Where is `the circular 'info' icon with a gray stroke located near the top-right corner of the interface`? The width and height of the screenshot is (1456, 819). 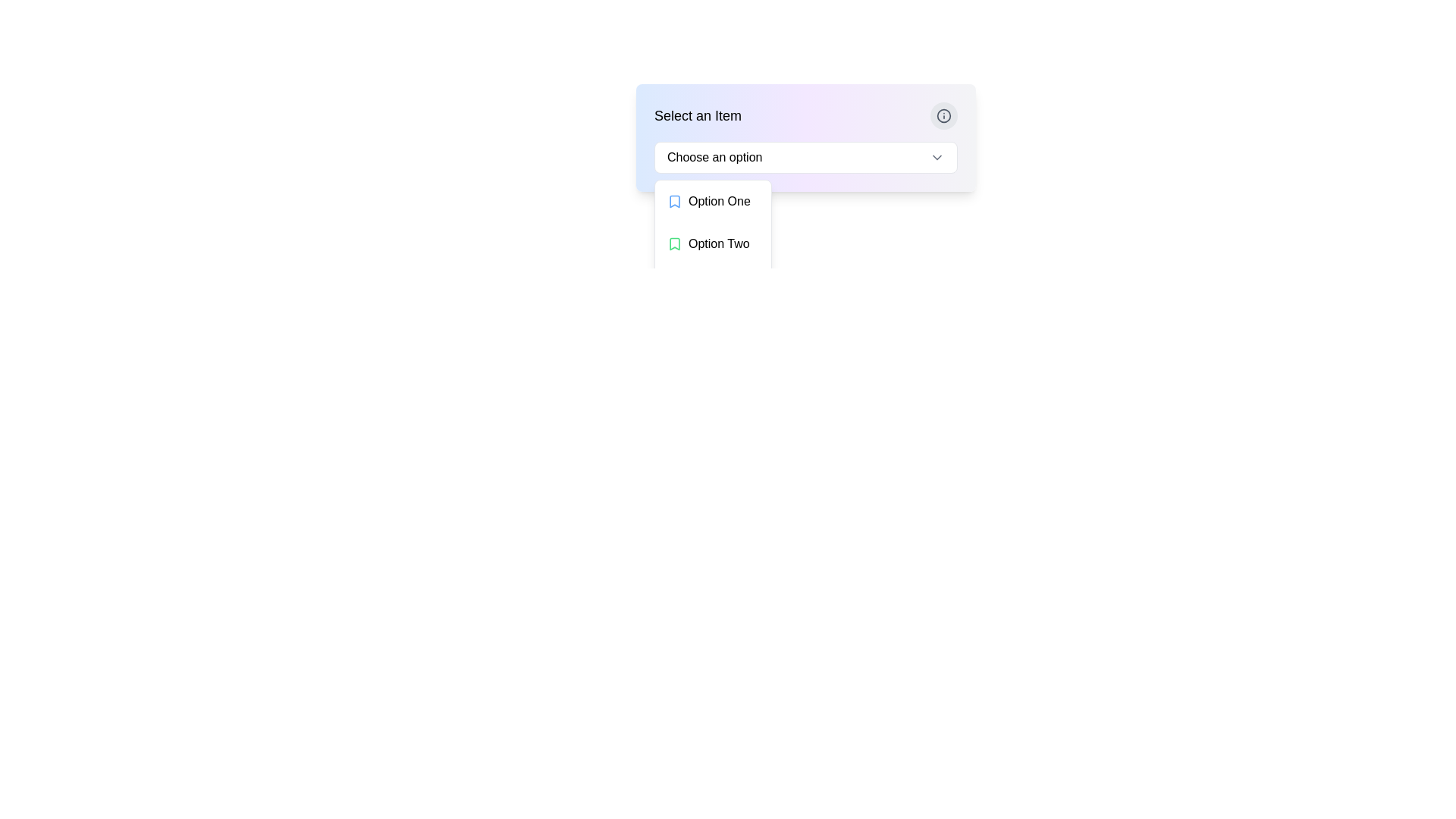 the circular 'info' icon with a gray stroke located near the top-right corner of the interface is located at coordinates (943, 115).